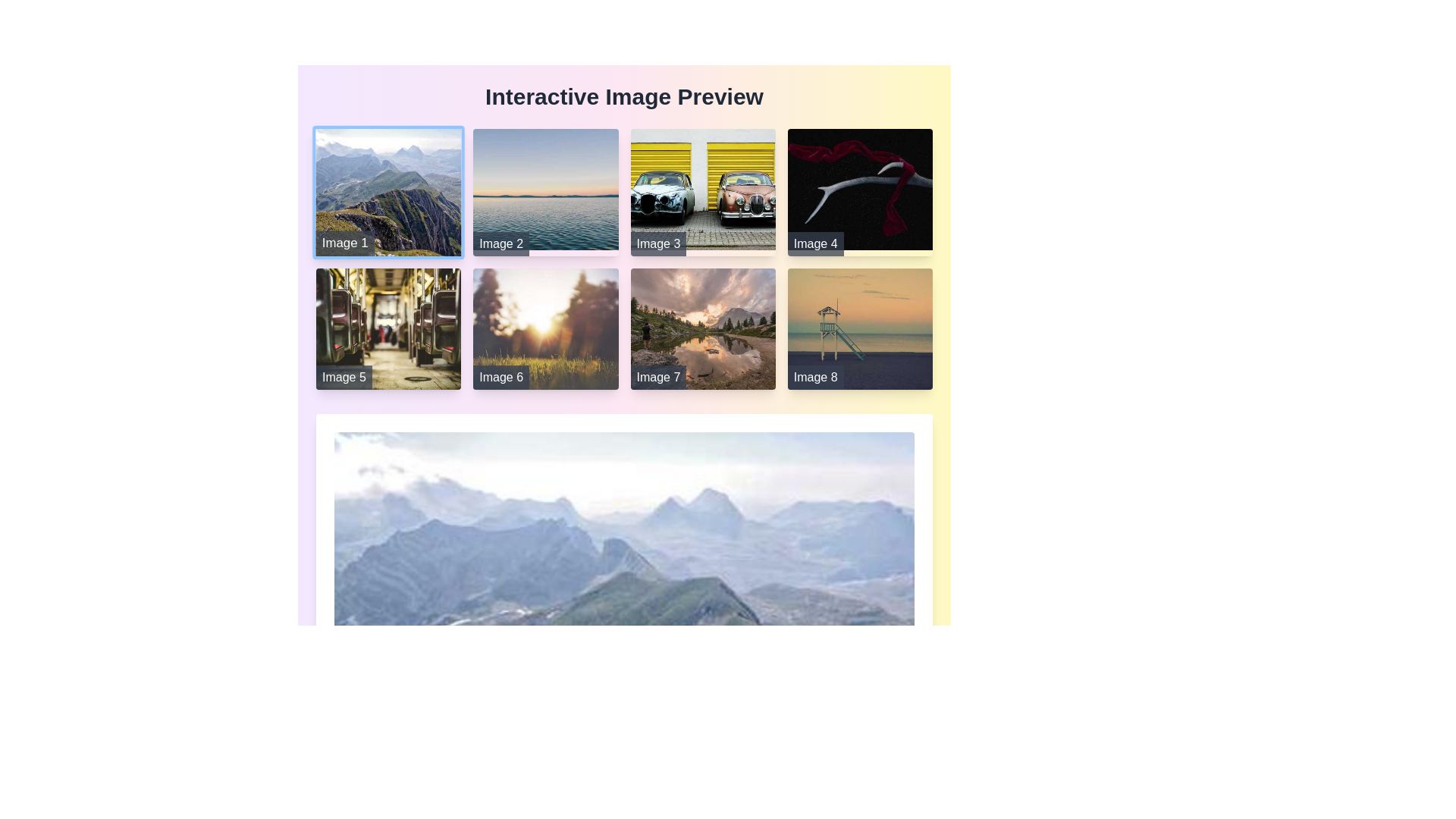 The height and width of the screenshot is (819, 1456). What do you see at coordinates (545, 189) in the screenshot?
I see `the image representing a lake during sunset, which is the second item` at bounding box center [545, 189].